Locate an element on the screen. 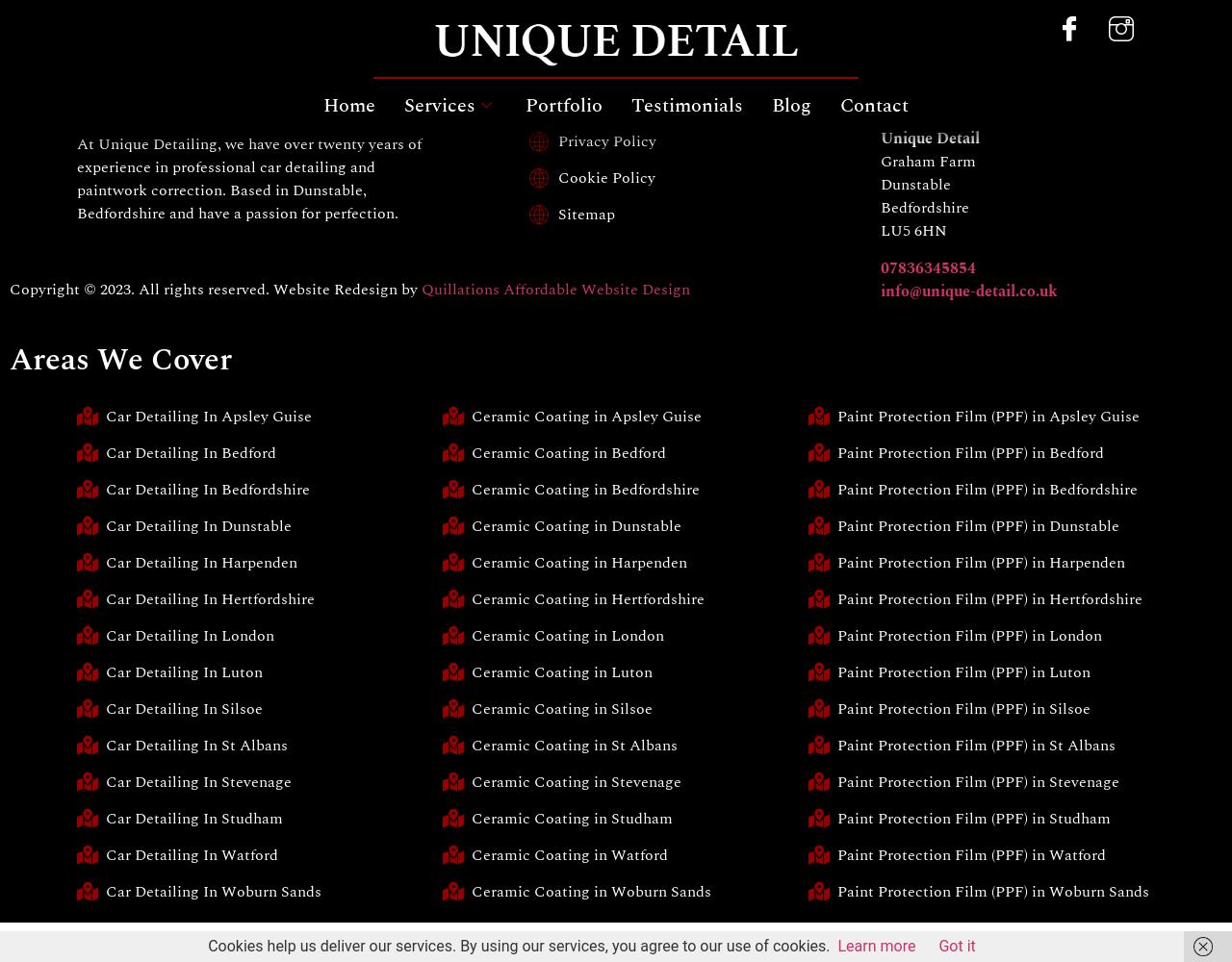 Image resolution: width=1232 pixels, height=962 pixels. 'Areas We Cover' is located at coordinates (119, 359).